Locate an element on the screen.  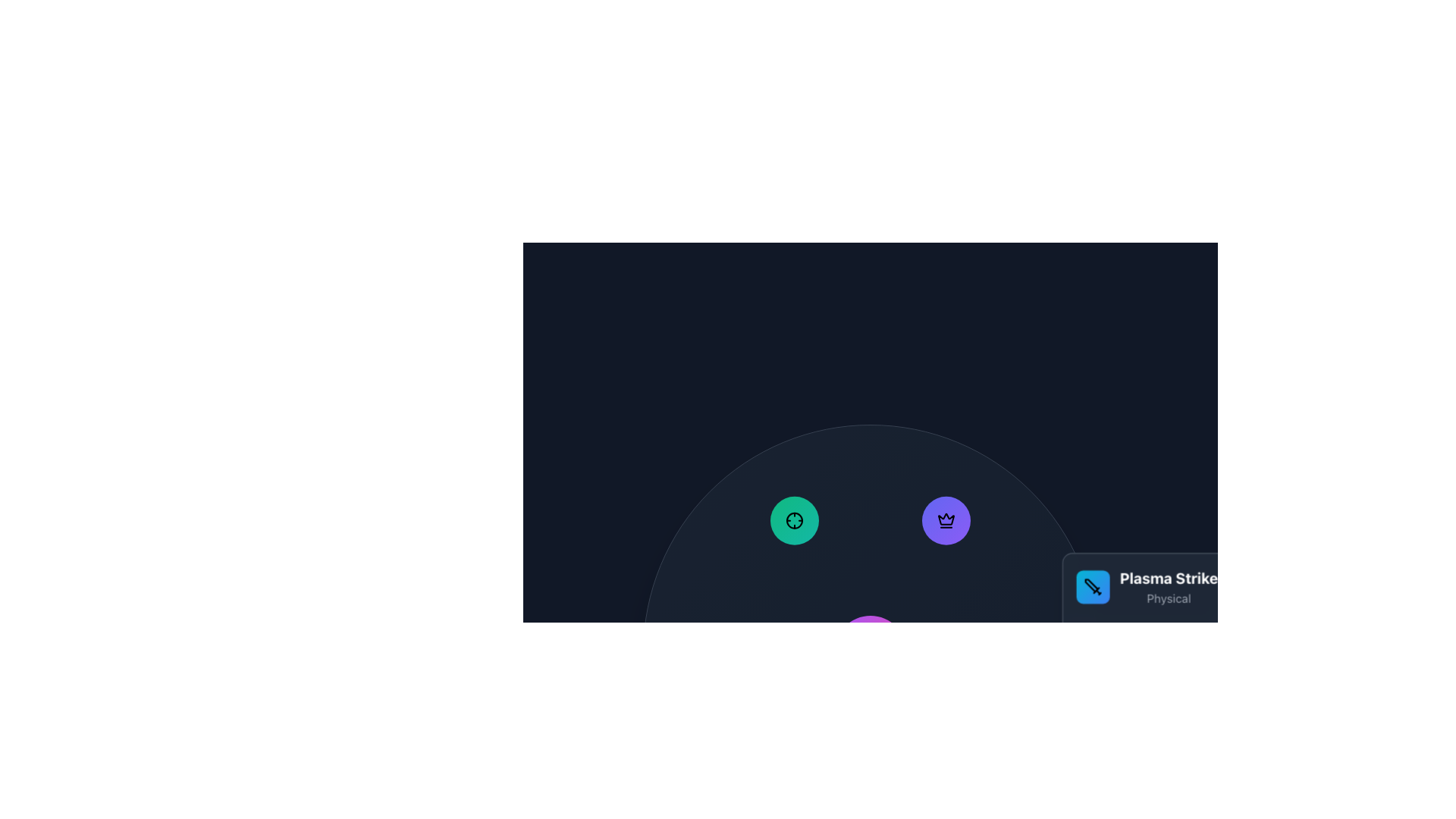
the achievement crown icon located near the top-right corner of the circular arrangement of icons, specifically the second icon from the left among three visible ones is located at coordinates (946, 518).